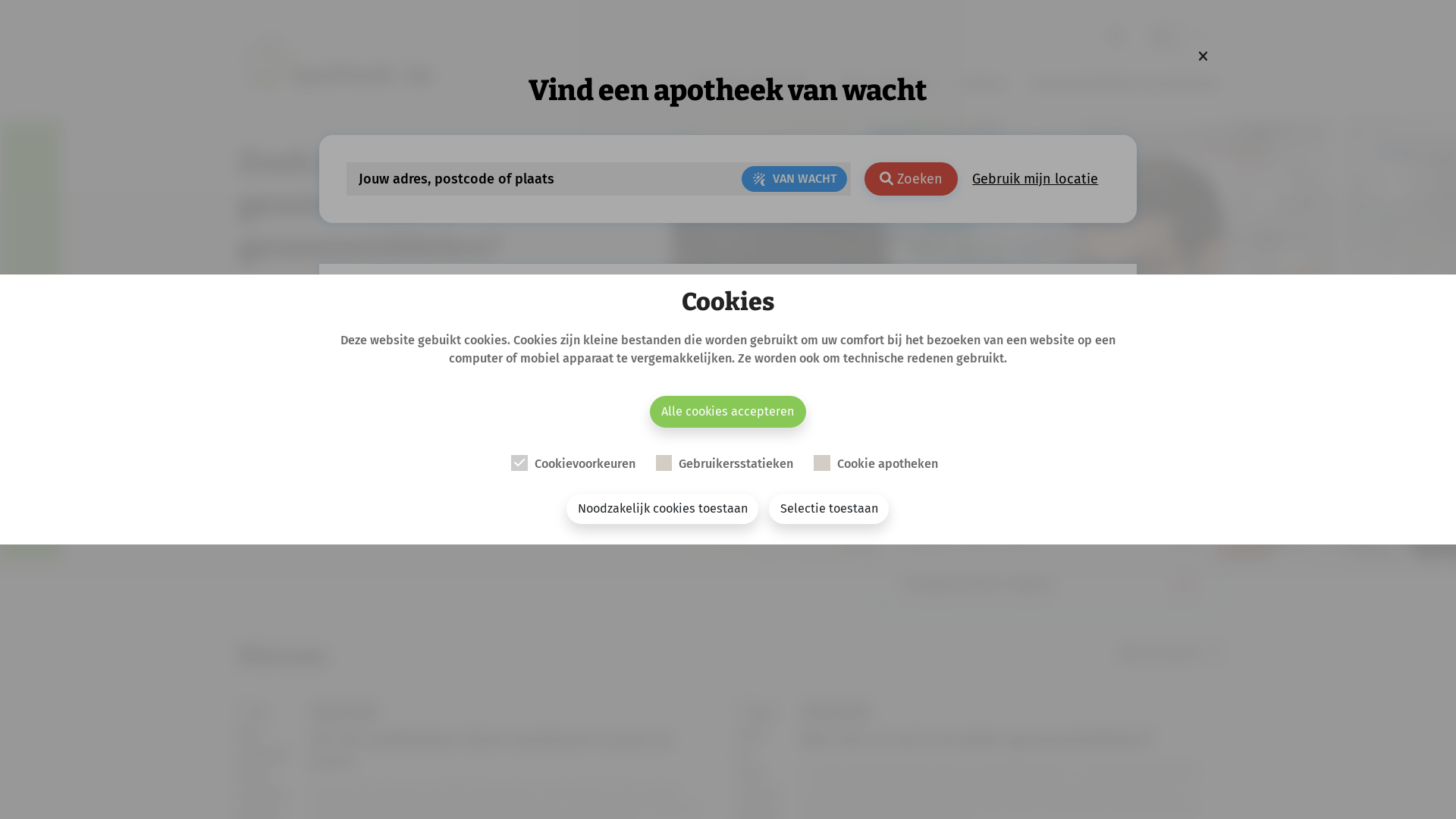 This screenshot has width=1456, height=819. Describe the element at coordinates (728, 412) in the screenshot. I see `'Alle cookies accepteren'` at that location.